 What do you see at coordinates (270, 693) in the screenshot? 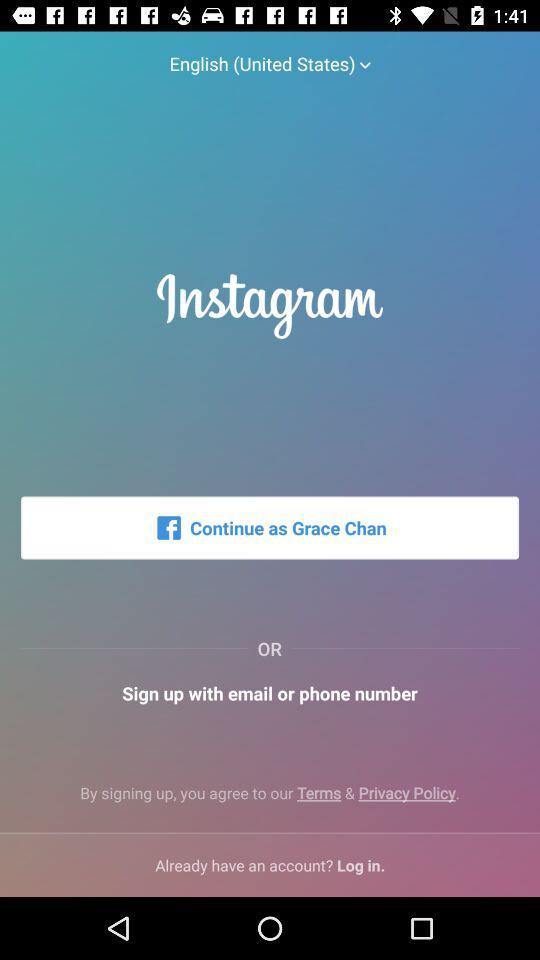
I see `sign up with icon` at bounding box center [270, 693].